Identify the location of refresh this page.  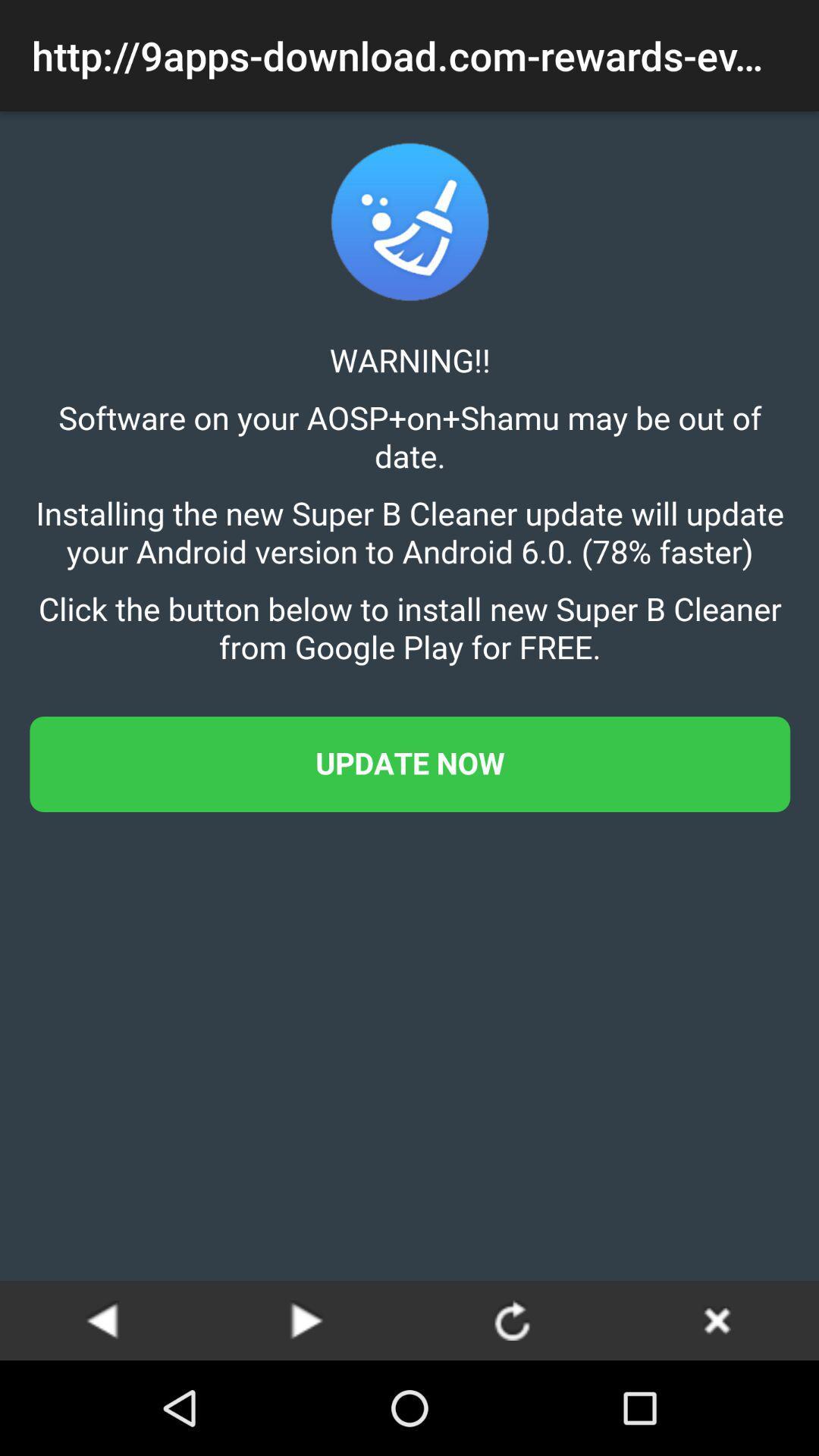
(512, 1319).